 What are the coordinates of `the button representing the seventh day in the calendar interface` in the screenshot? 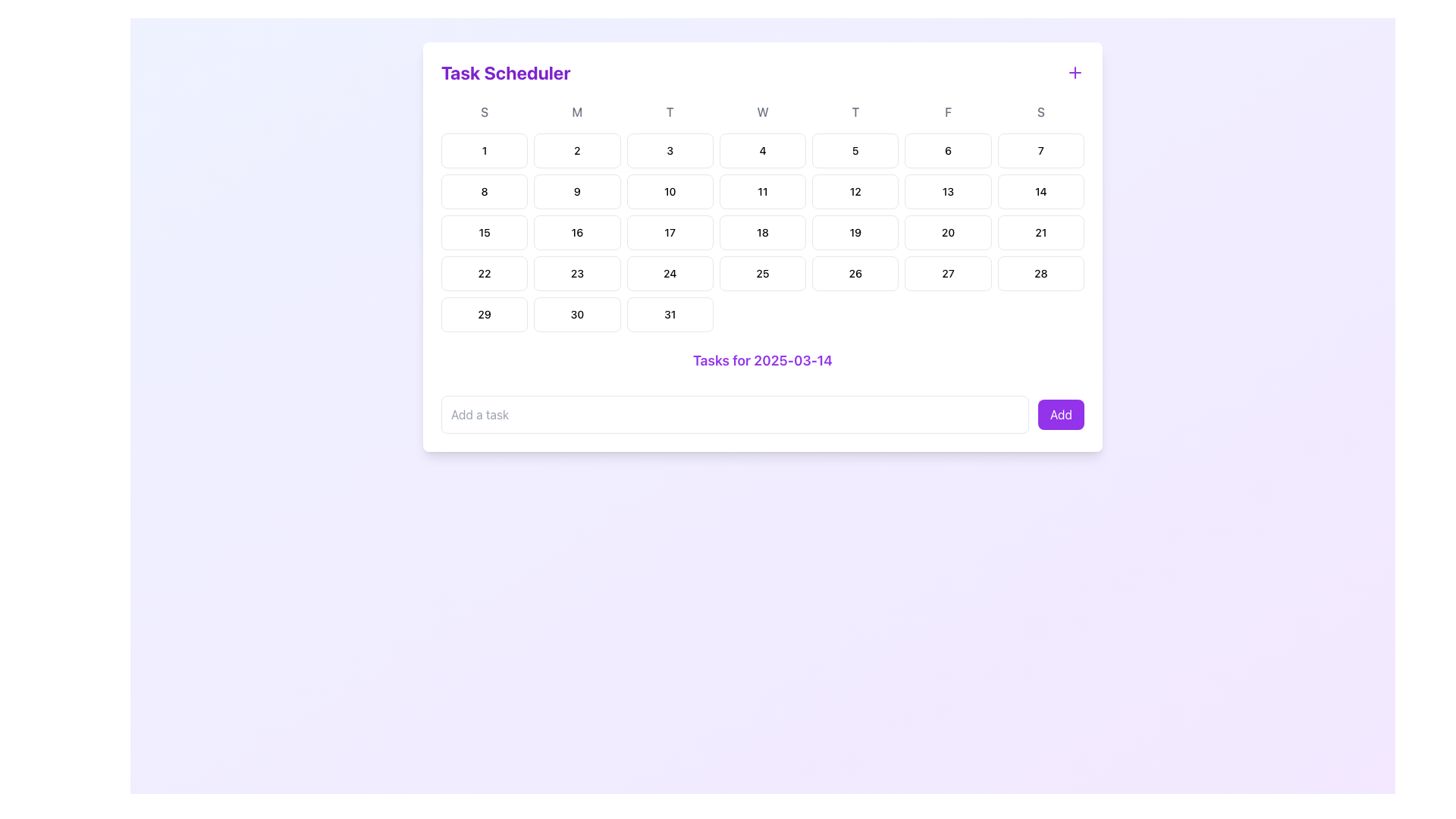 It's located at (1040, 151).